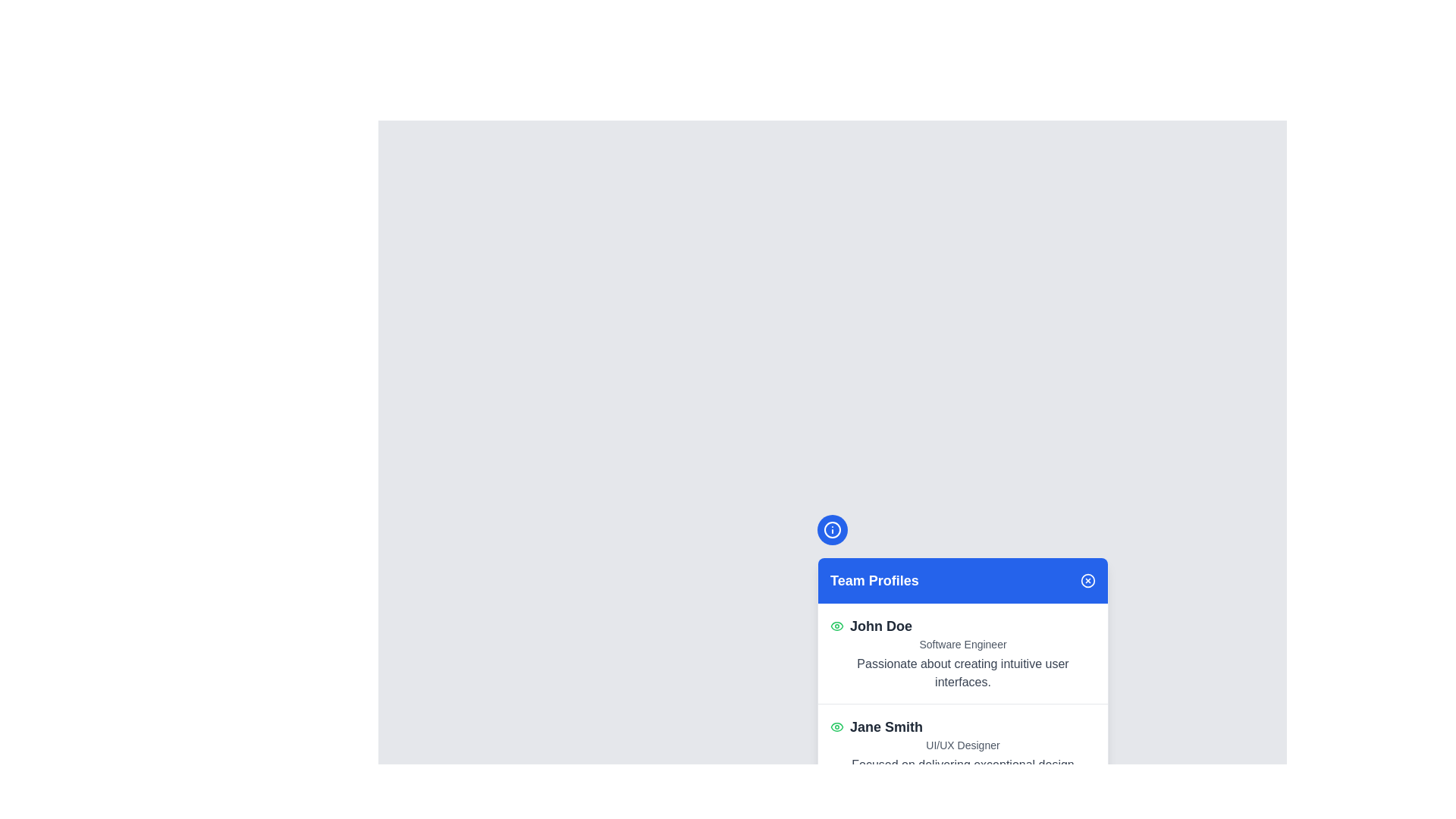 The image size is (1456, 819). What do you see at coordinates (962, 672) in the screenshot?
I see `the textual description that reads 'Passionate about creating intuitive user interfaces.' positioned below 'Software Engineer'` at bounding box center [962, 672].